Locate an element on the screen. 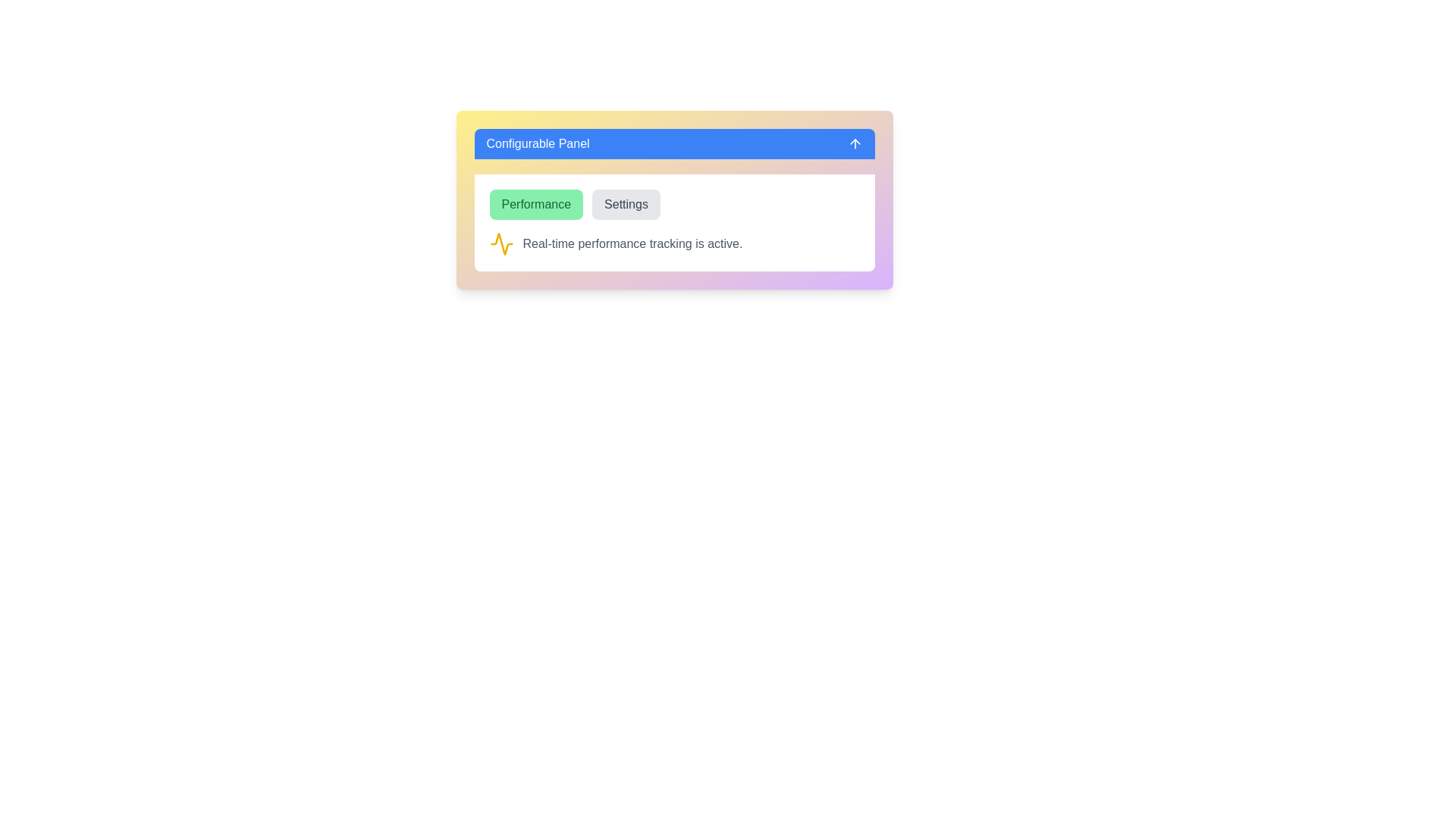 The image size is (1456, 819). the yellow square icon below the 'Performance' button is located at coordinates (501, 243).